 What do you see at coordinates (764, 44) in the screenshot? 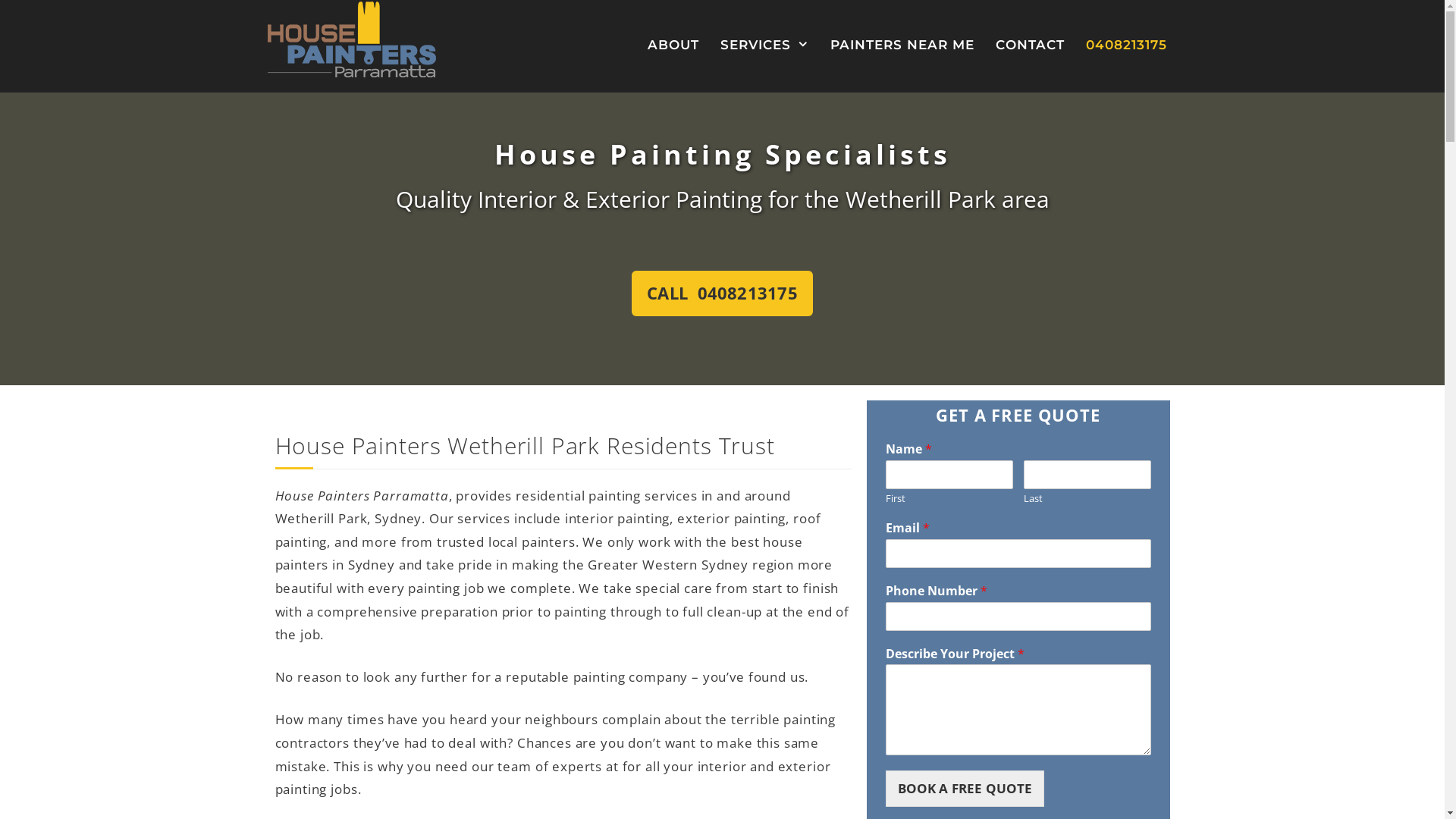
I see `'SERVICES'` at bounding box center [764, 44].